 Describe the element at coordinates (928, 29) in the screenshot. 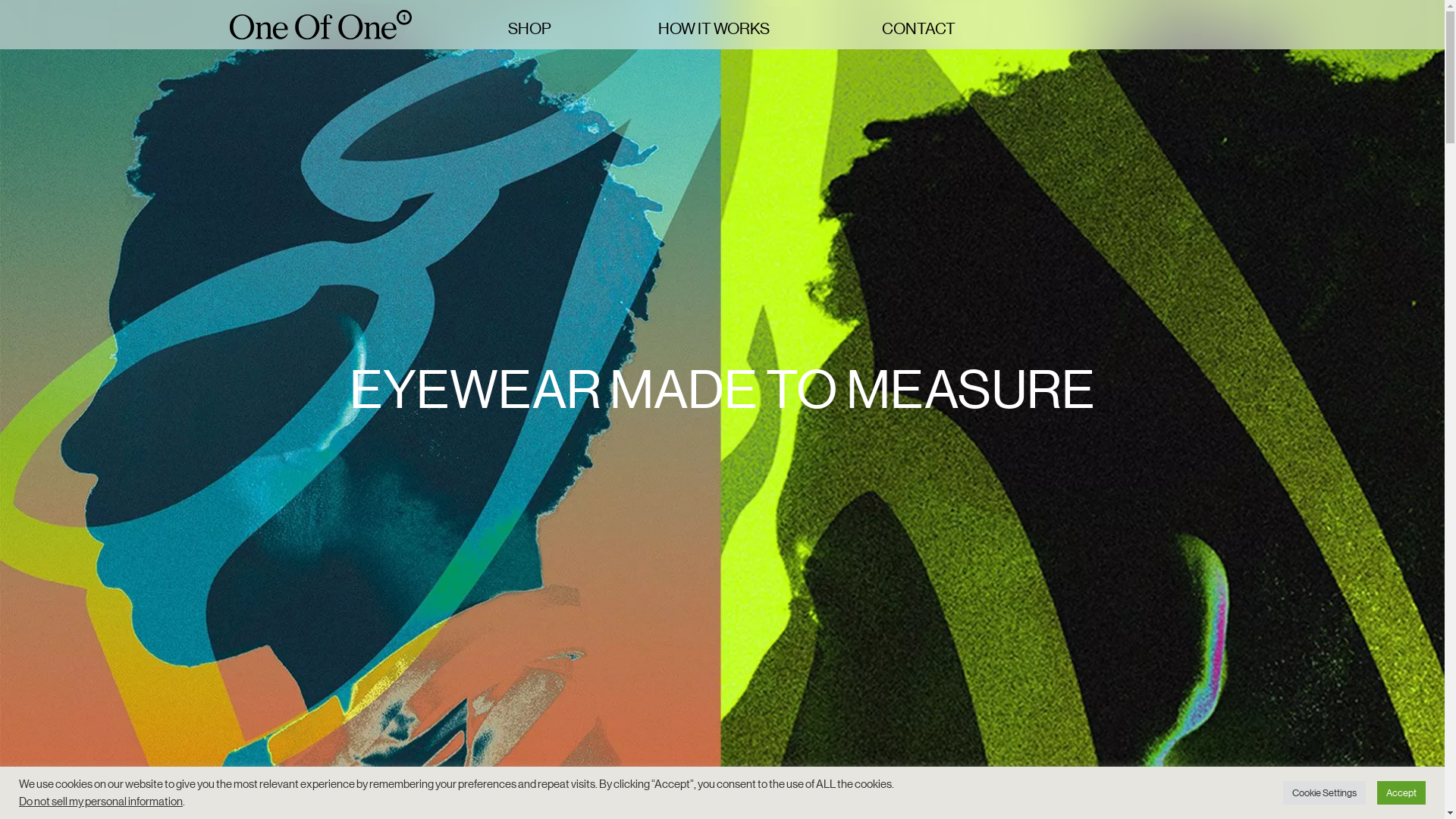

I see `'CONTACT'` at that location.